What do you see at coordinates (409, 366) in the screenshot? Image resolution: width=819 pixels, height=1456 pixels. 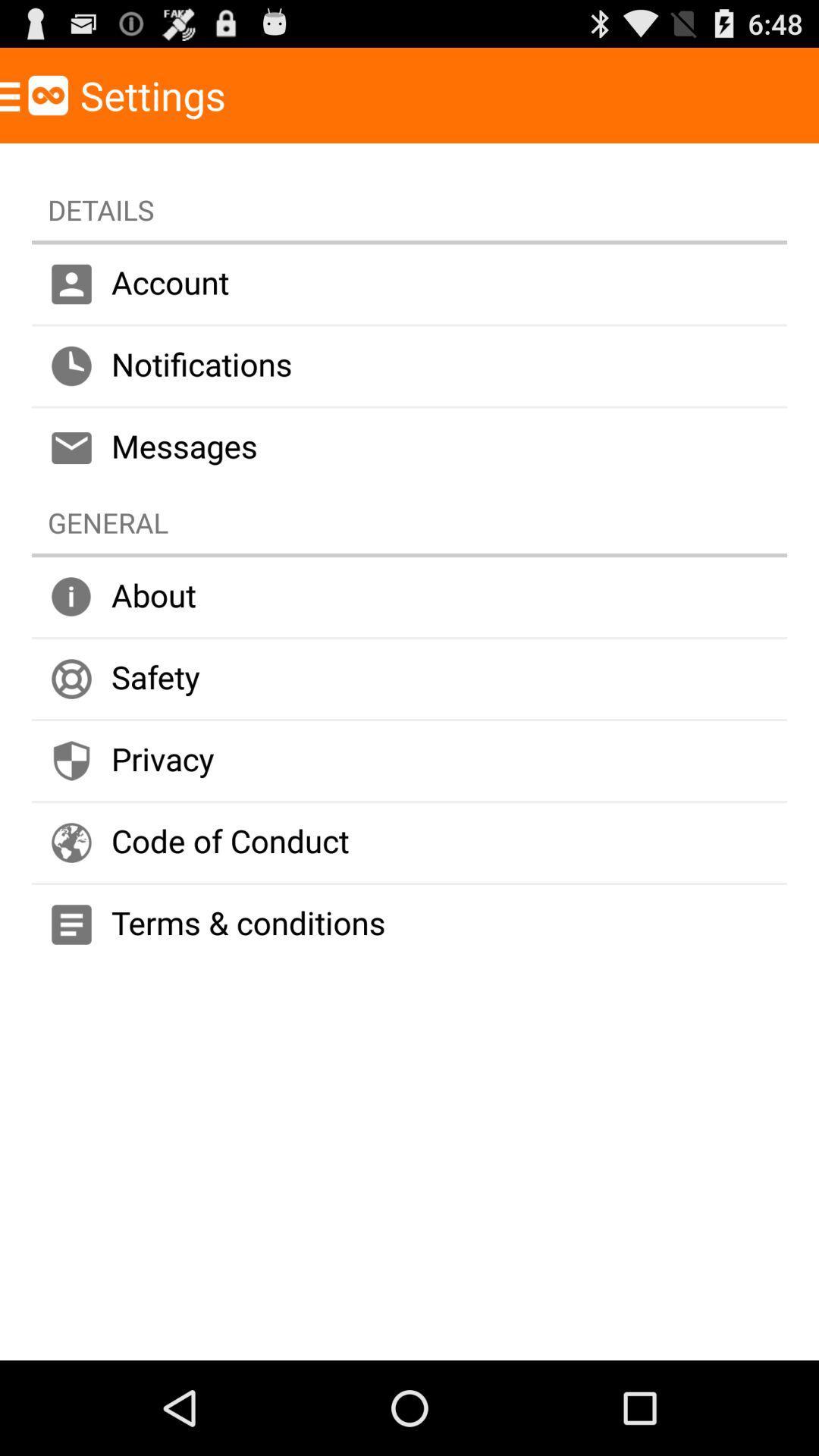 I see `the notifications item` at bounding box center [409, 366].